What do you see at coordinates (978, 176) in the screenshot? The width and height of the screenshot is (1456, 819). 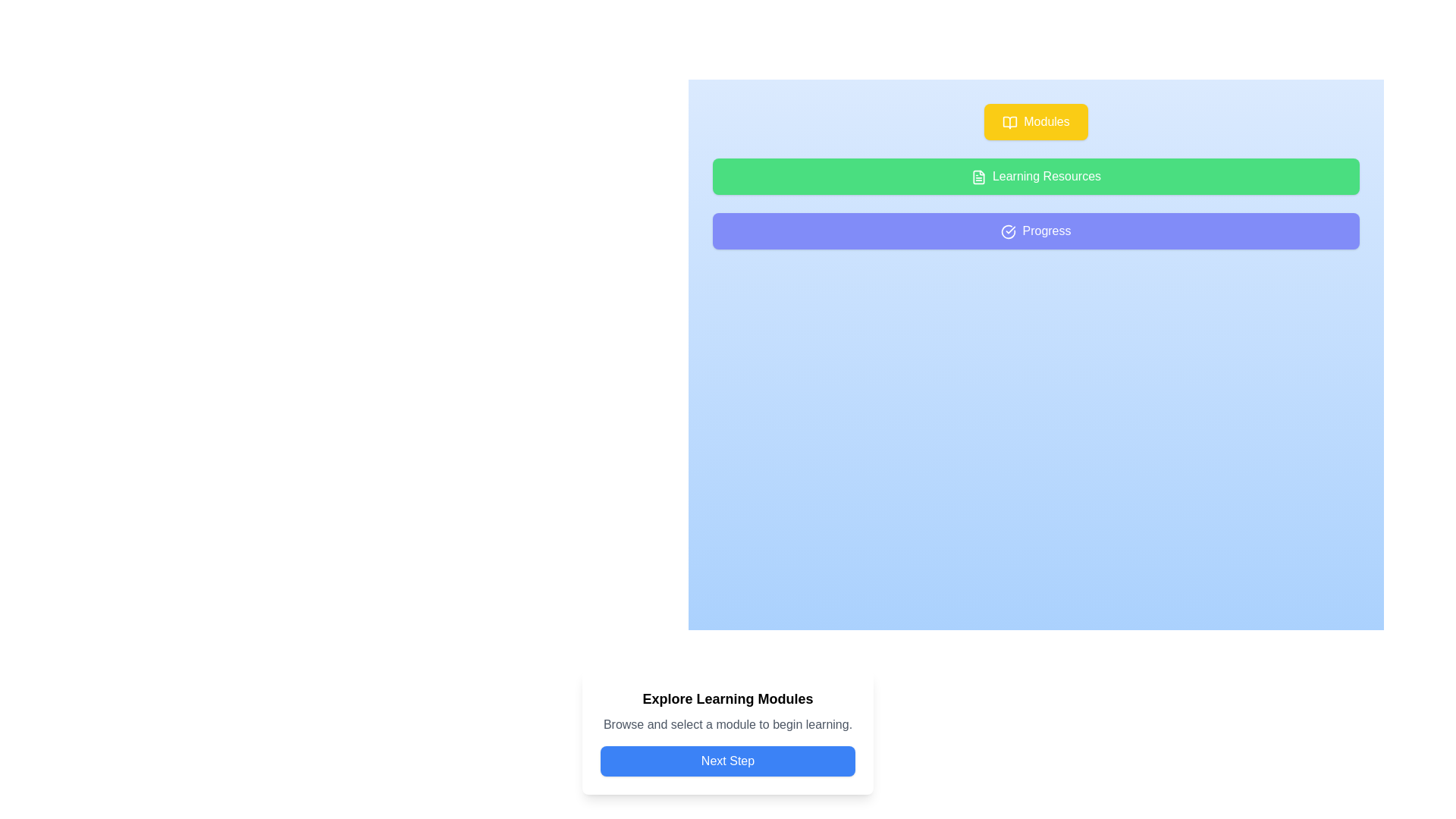 I see `the icon resembling a document or file, which is located` at bounding box center [978, 176].